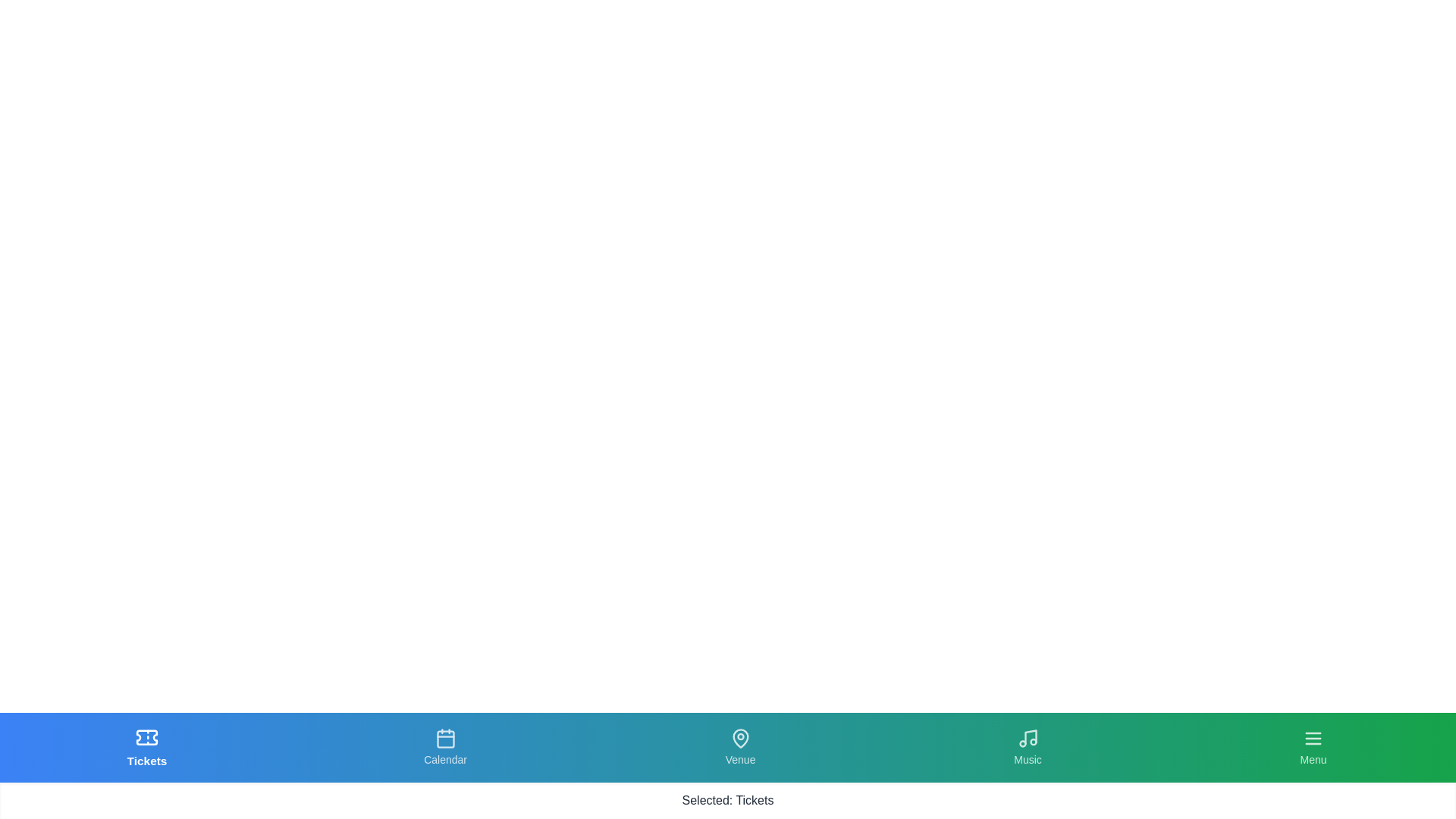  What do you see at coordinates (1313, 747) in the screenshot?
I see `the tab labeled Menu to observe its hover effect` at bounding box center [1313, 747].